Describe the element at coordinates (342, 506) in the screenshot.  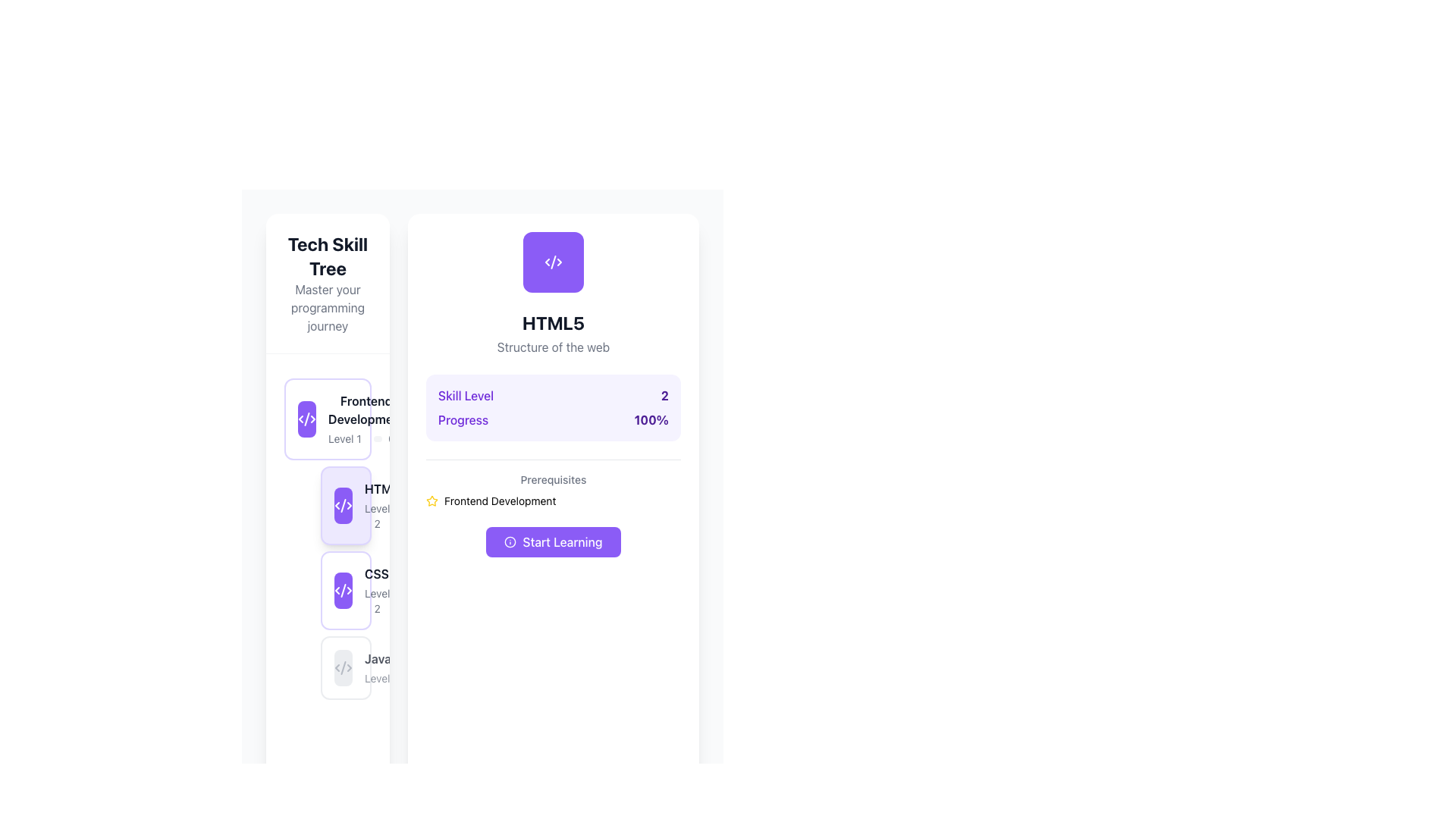
I see `the programming skill icon representing 'HTML5' located at the top of its content area within the skill card` at that location.